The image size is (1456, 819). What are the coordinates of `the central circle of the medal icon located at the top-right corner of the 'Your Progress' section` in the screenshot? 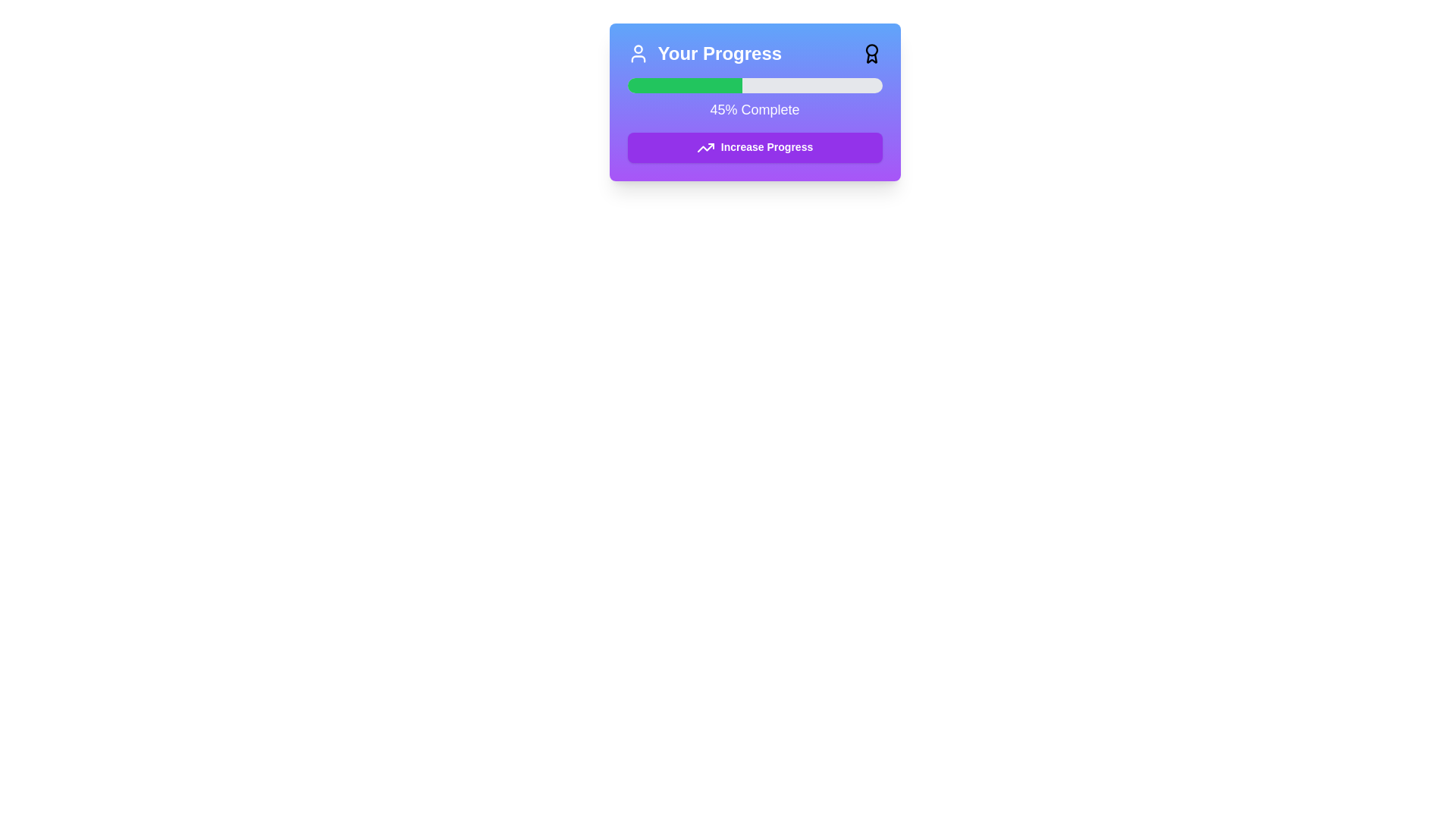 It's located at (871, 49).